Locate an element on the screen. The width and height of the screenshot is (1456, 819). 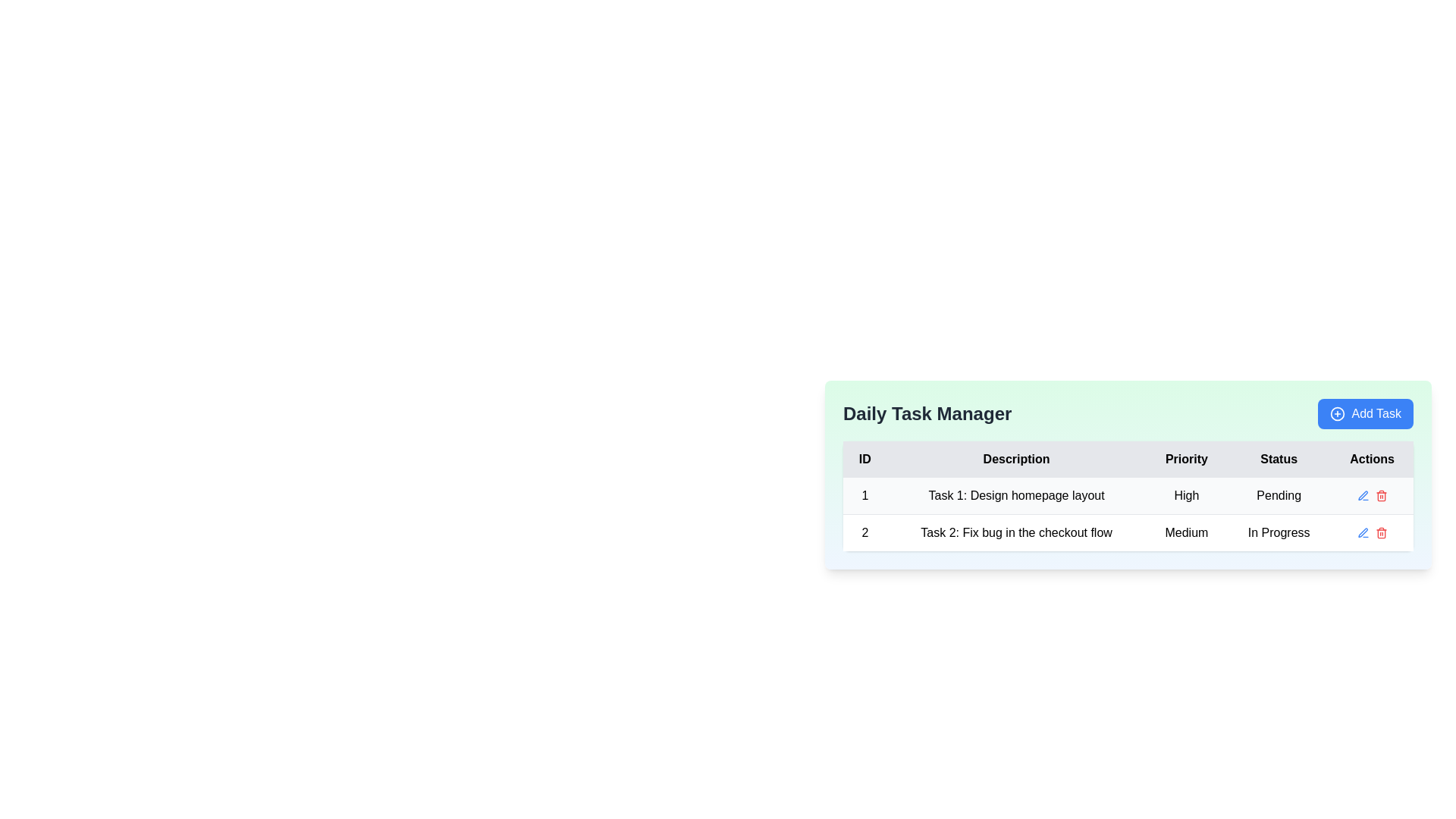
the 'Actions' text label, which is the fifth column header in a table layout, centered within a light gray rectangular background is located at coordinates (1372, 458).